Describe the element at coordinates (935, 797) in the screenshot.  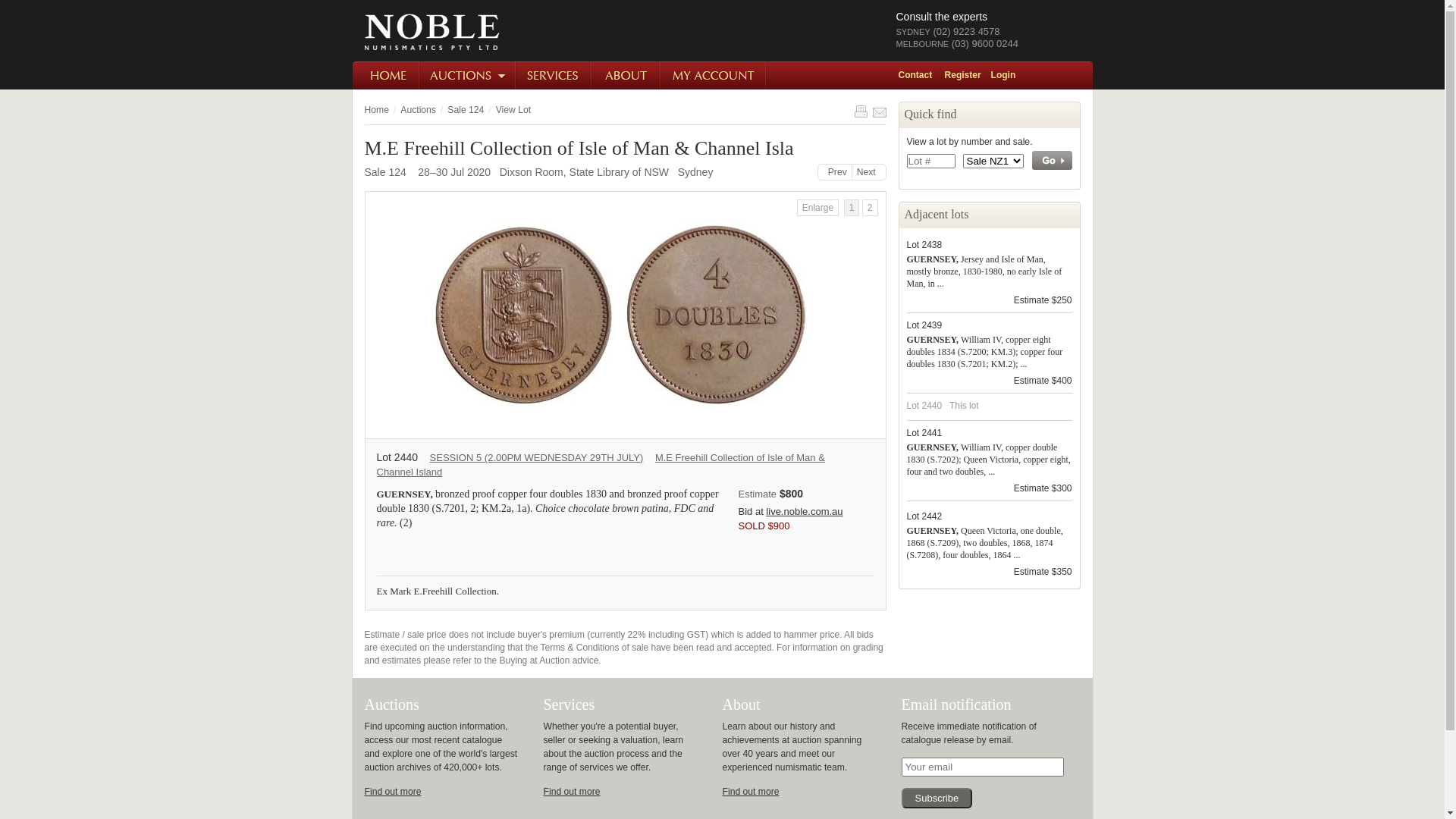
I see `'Subscribe'` at that location.